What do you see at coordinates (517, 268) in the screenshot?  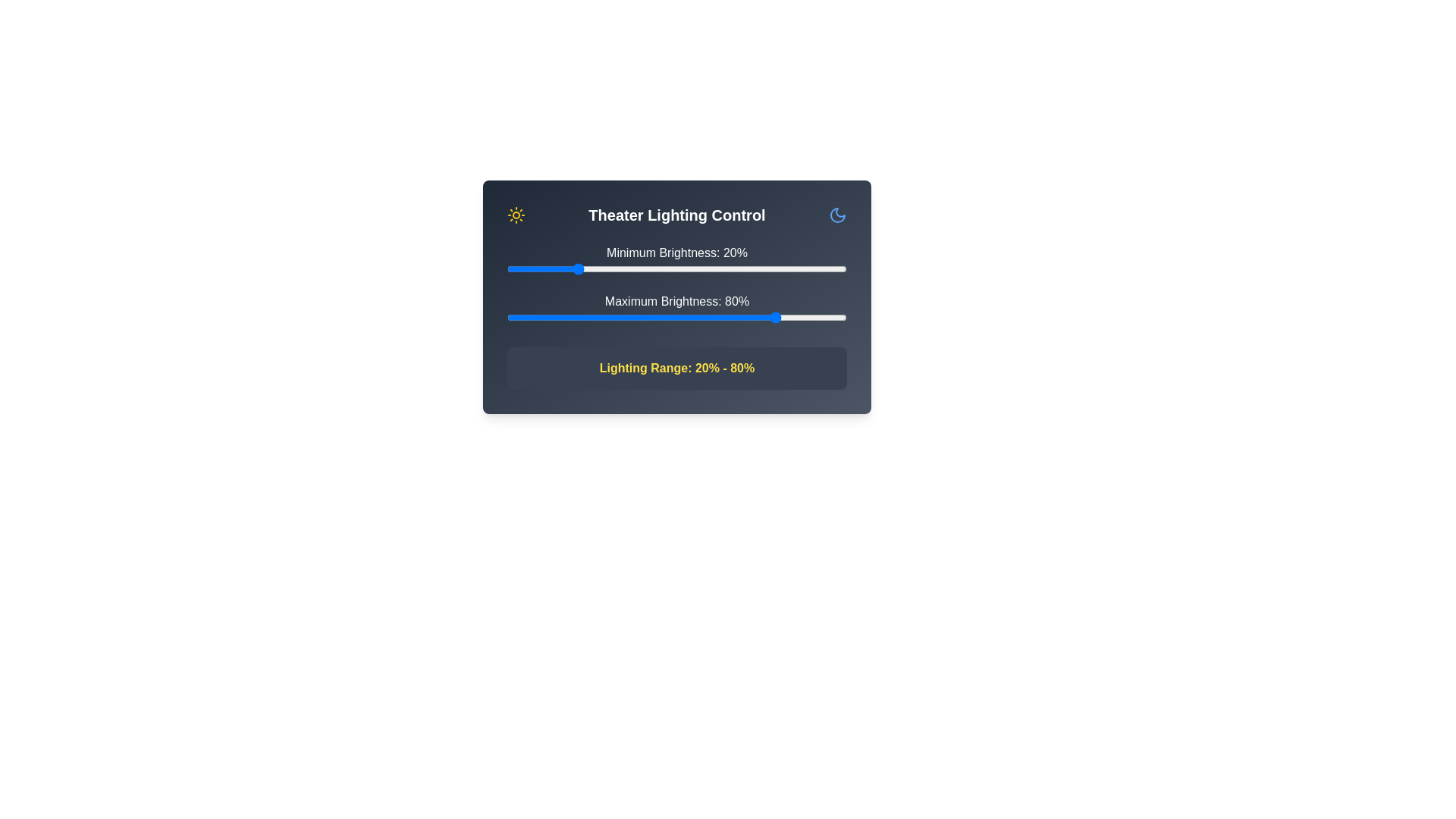 I see `the minimum brightness to 3% by interacting with the slider` at bounding box center [517, 268].